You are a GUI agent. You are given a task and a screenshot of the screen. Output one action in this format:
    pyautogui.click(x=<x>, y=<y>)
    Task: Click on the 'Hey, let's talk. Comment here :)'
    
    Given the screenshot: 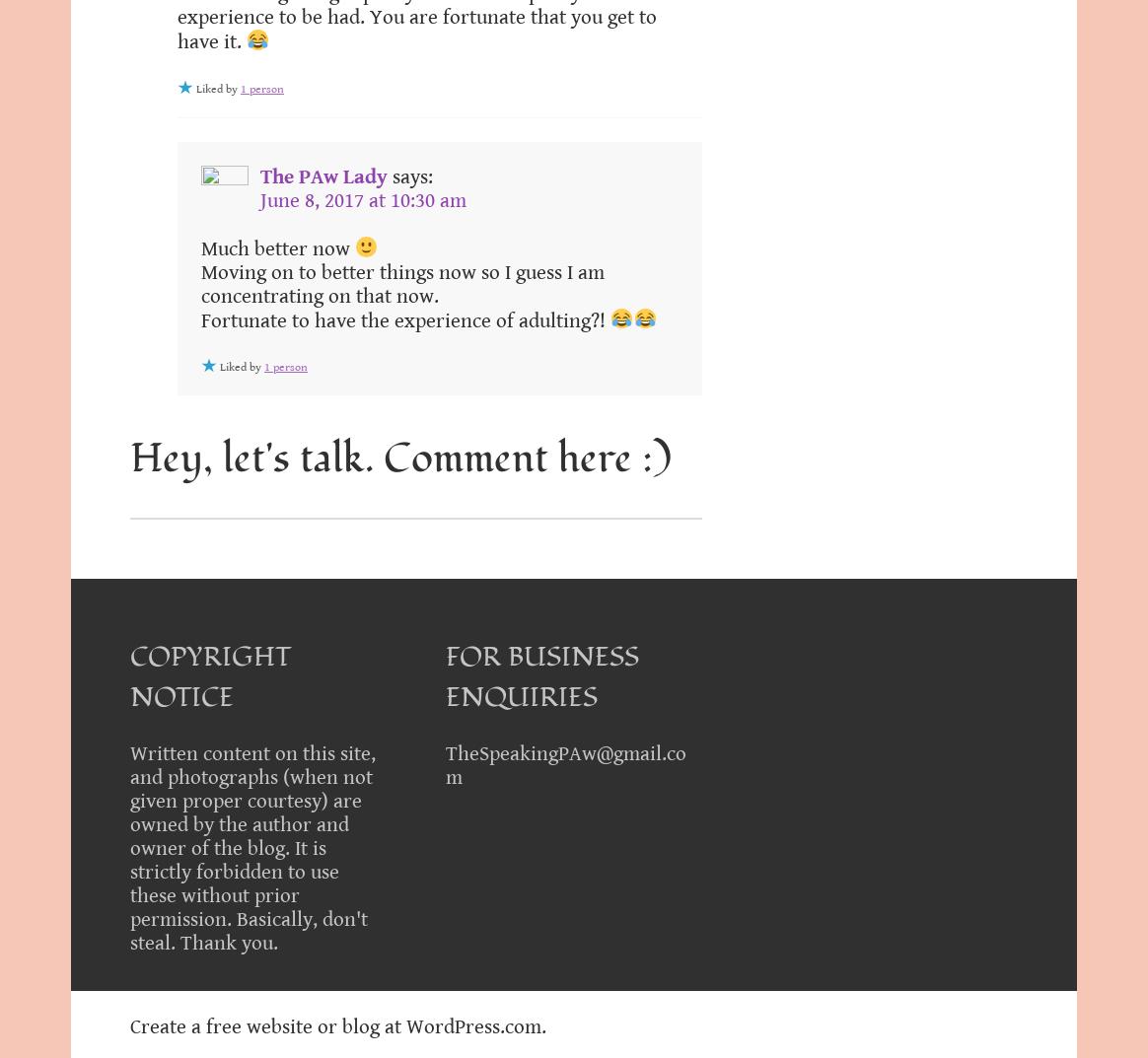 What is the action you would take?
    pyautogui.click(x=400, y=458)
    